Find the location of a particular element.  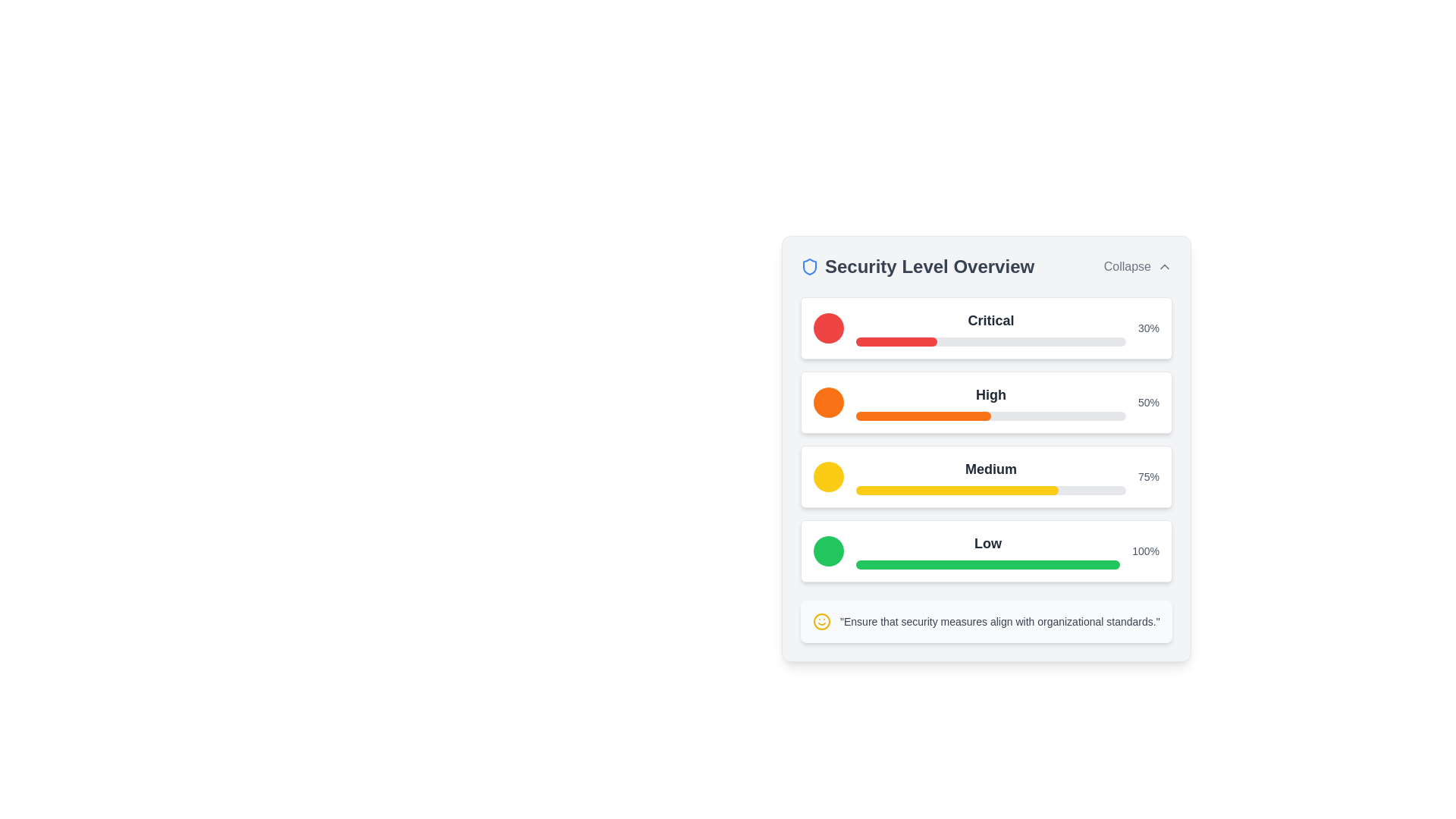

the horizontal progress bar labeled 'Medium' which is filled to approximately 75% in vivid yellow color is located at coordinates (990, 491).